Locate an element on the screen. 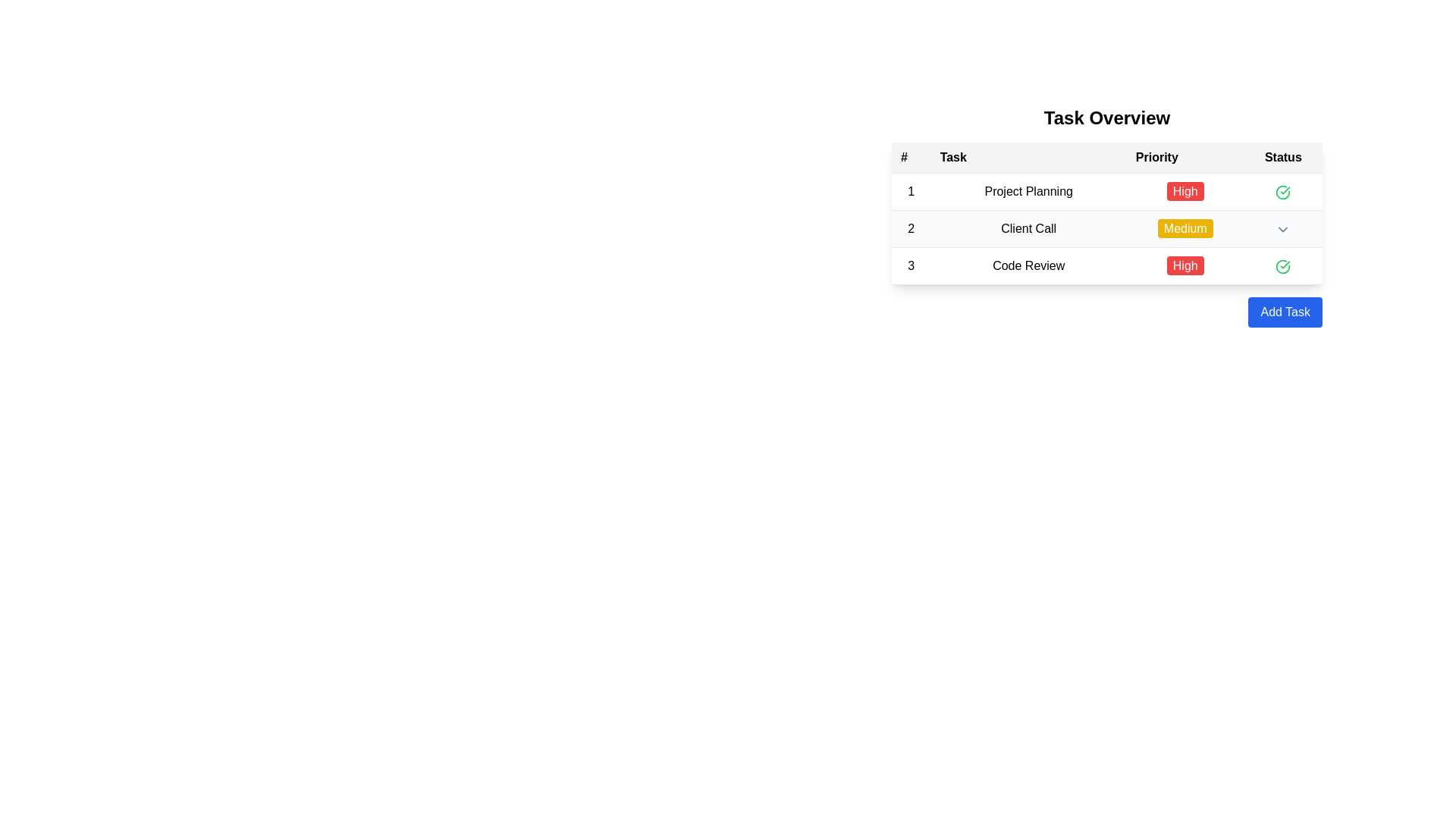  the green checkmark icon in the 'Status' column that indicates the completion status of the 'Code Review' task is located at coordinates (1282, 265).